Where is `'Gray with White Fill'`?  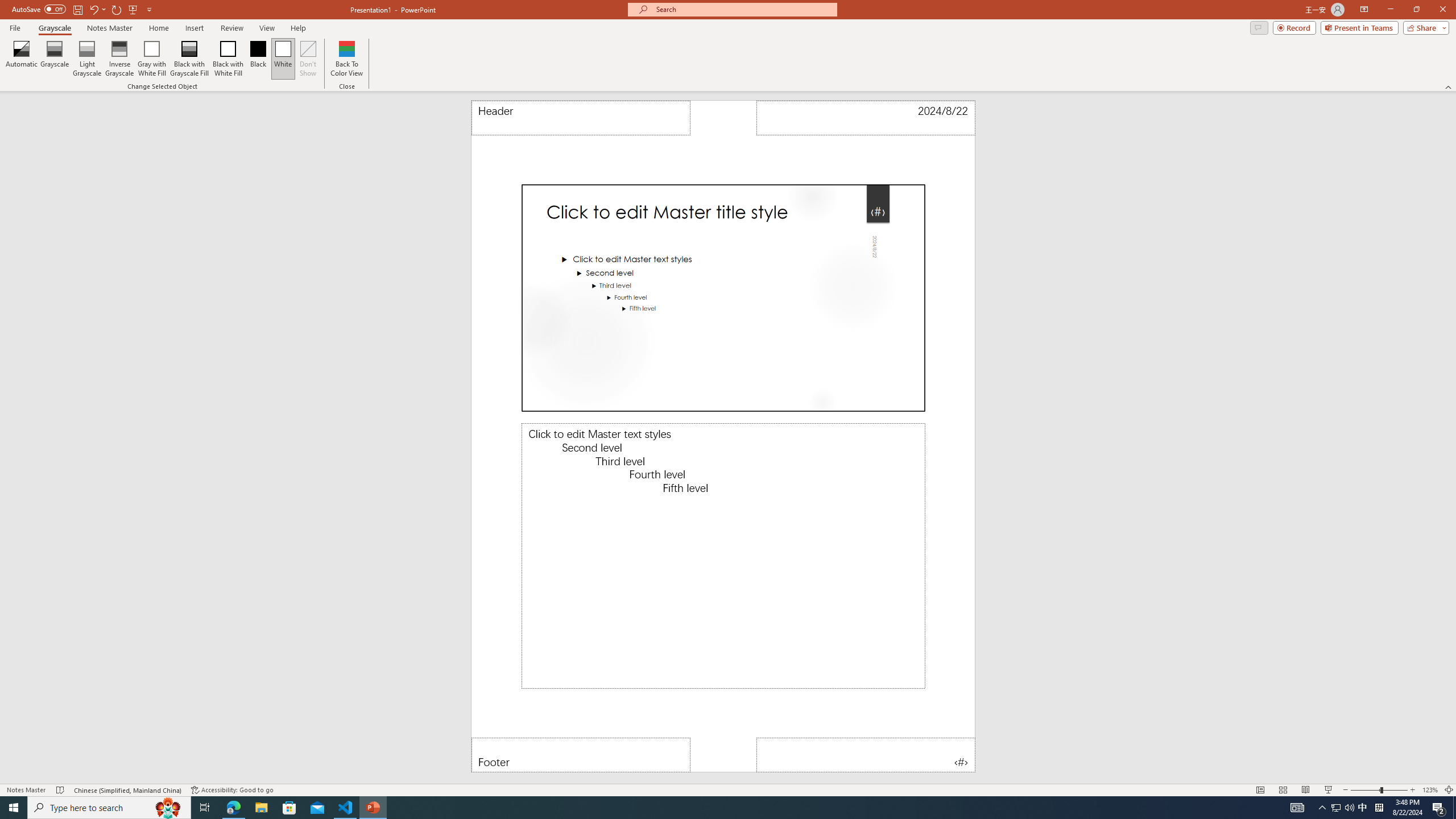
'Gray with White Fill' is located at coordinates (151, 59).